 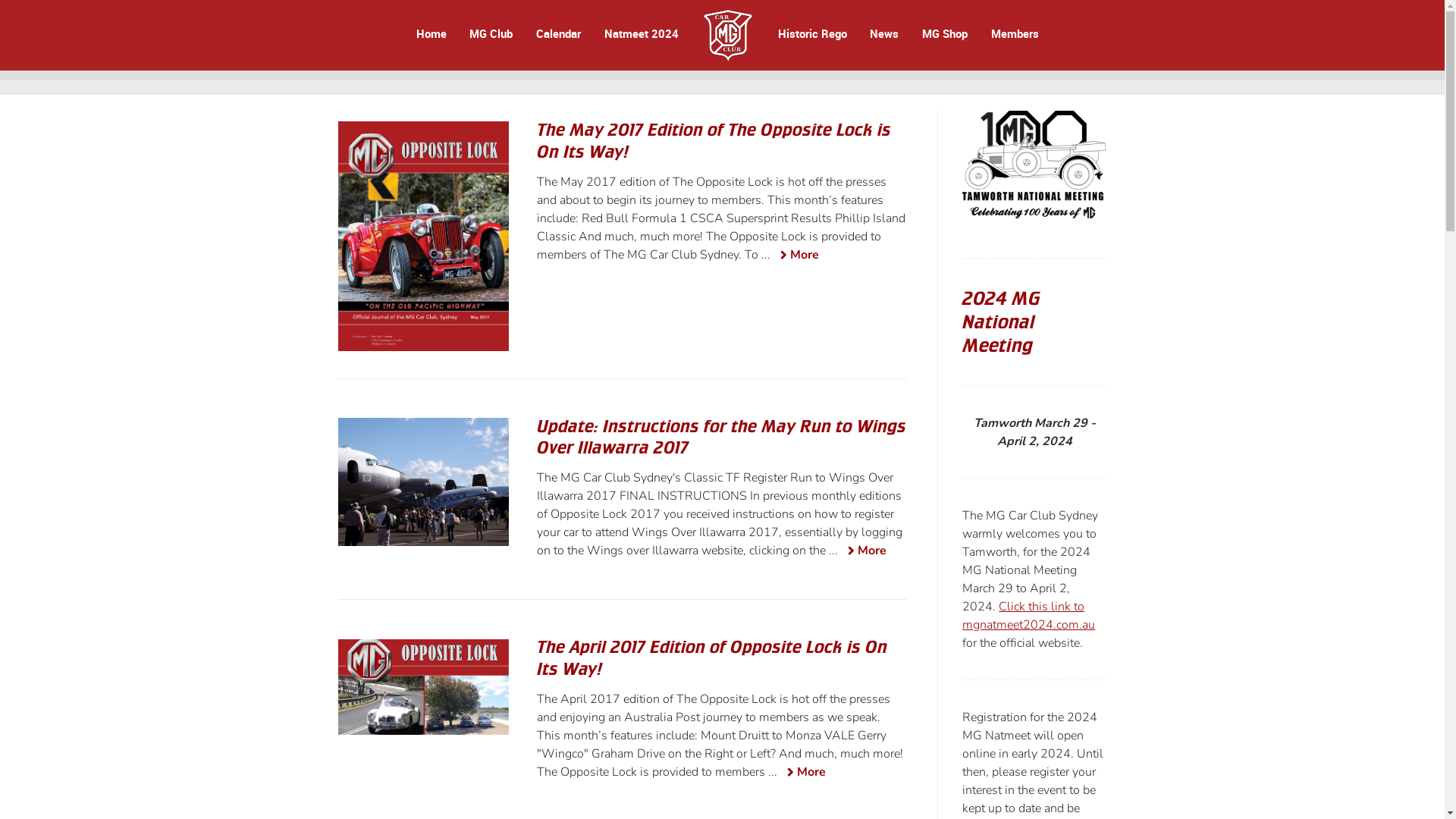 I want to click on 'The May 2017 Edition of The Opposite Lock is On Its Way!', so click(x=713, y=140).